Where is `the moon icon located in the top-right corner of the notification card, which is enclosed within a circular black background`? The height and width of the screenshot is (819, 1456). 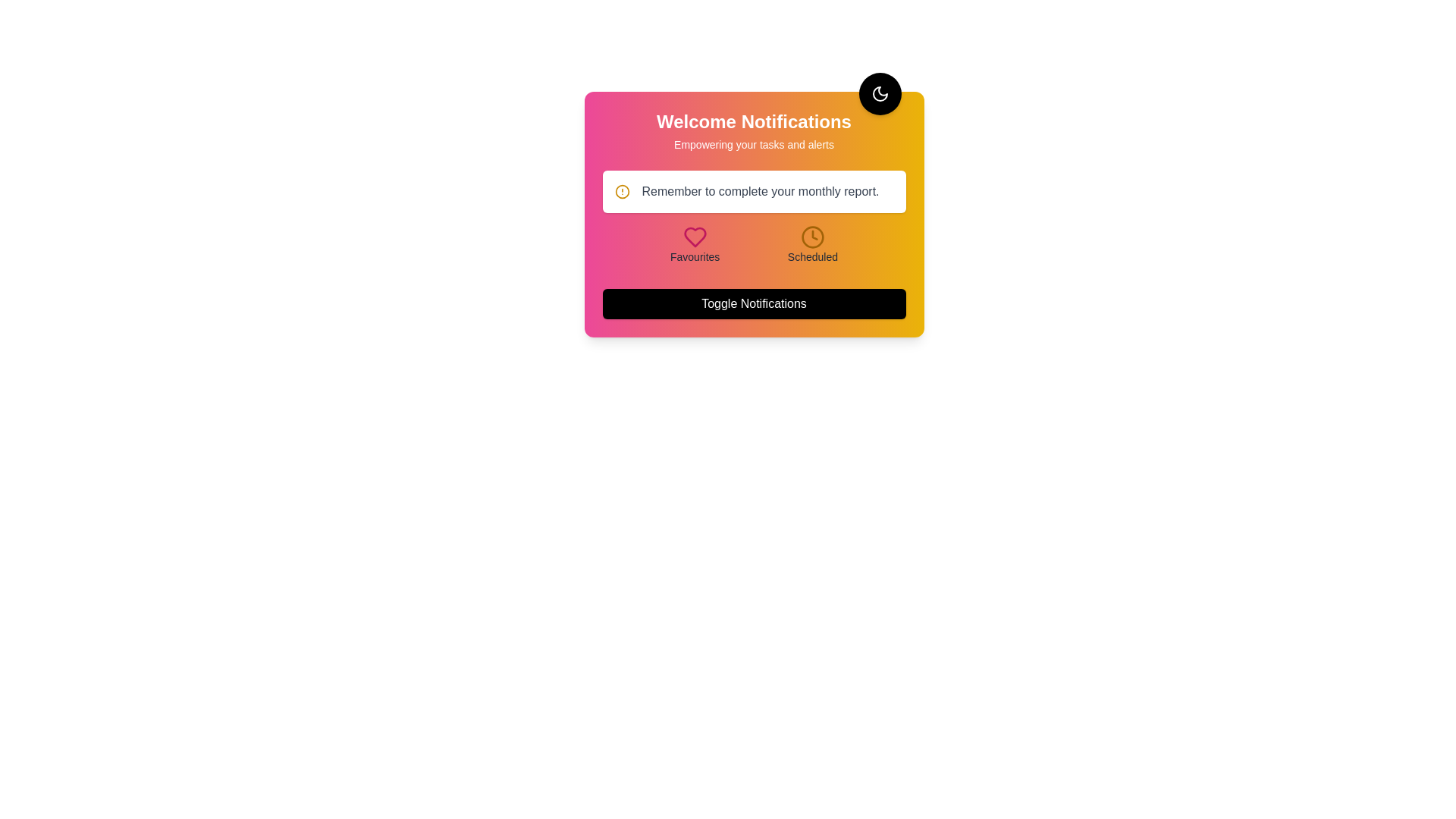
the moon icon located in the top-right corner of the notification card, which is enclosed within a circular black background is located at coordinates (880, 93).